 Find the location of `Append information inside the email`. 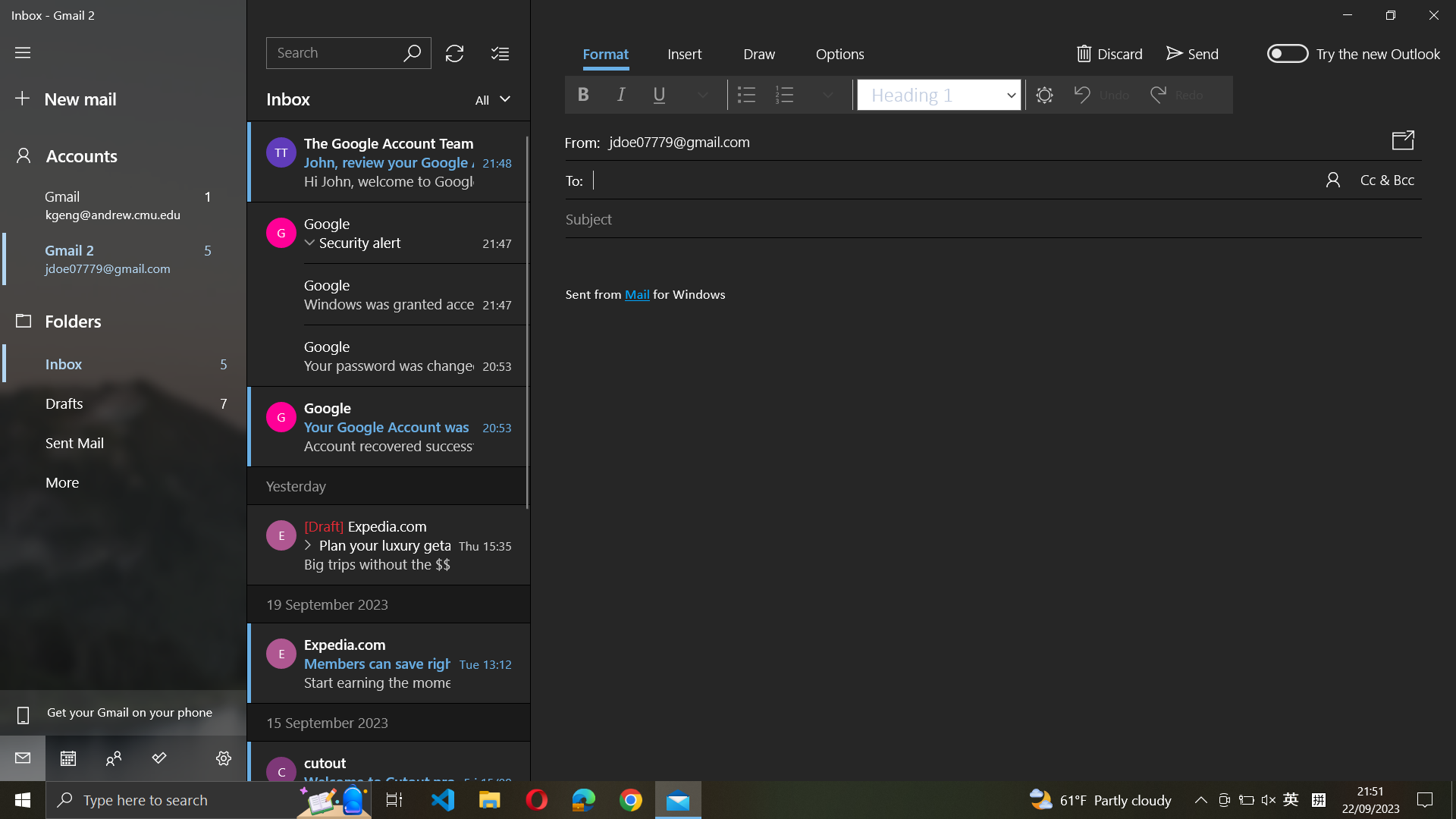

Append information inside the email is located at coordinates (683, 55).